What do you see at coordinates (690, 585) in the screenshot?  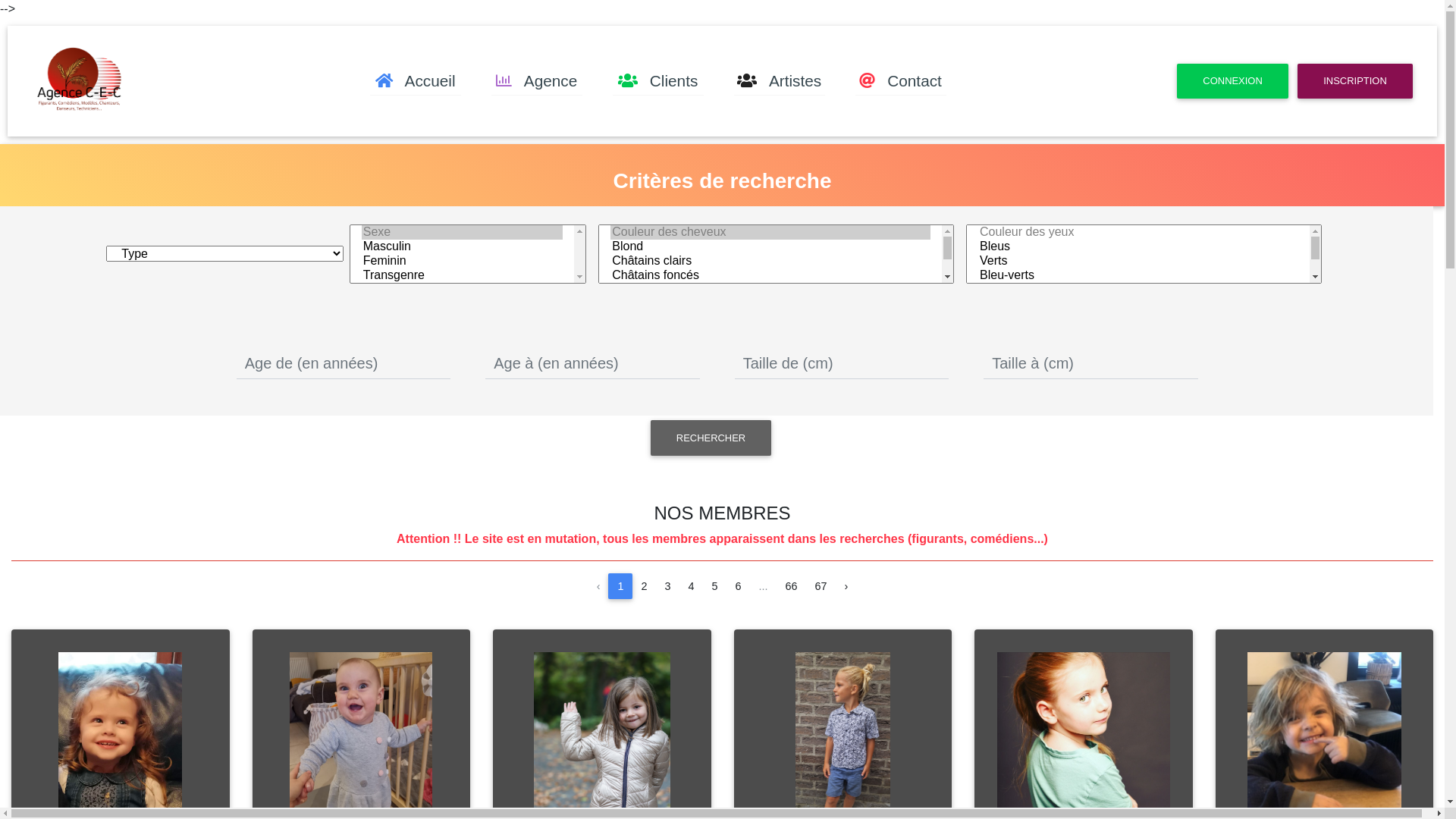 I see `'4'` at bounding box center [690, 585].